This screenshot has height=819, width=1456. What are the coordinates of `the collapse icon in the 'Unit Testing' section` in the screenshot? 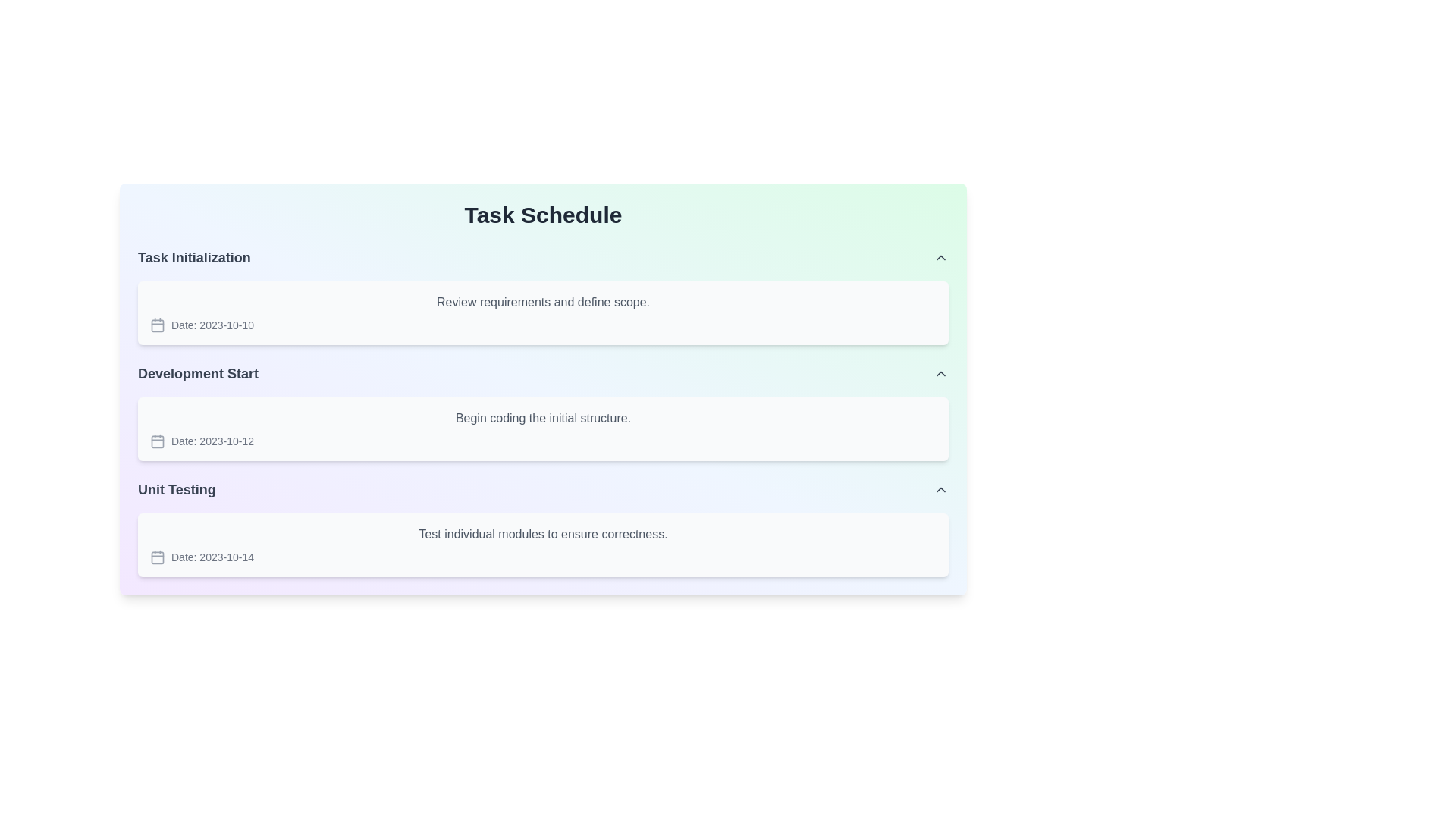 It's located at (940, 489).